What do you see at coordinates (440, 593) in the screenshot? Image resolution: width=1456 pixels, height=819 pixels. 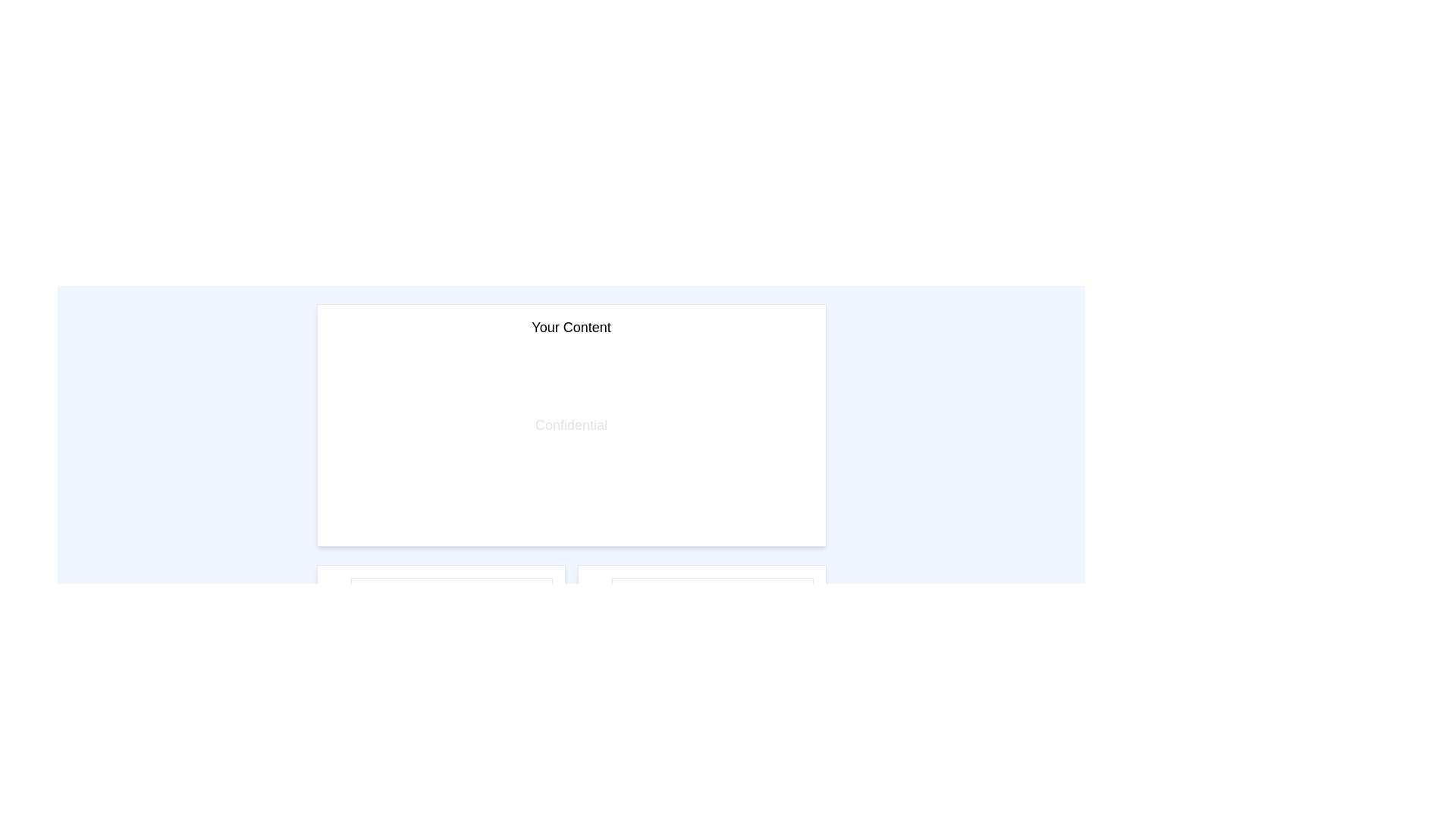 I see `the combined UI component featuring an icon and a text input field, located below the heading 'Your Content'` at bounding box center [440, 593].